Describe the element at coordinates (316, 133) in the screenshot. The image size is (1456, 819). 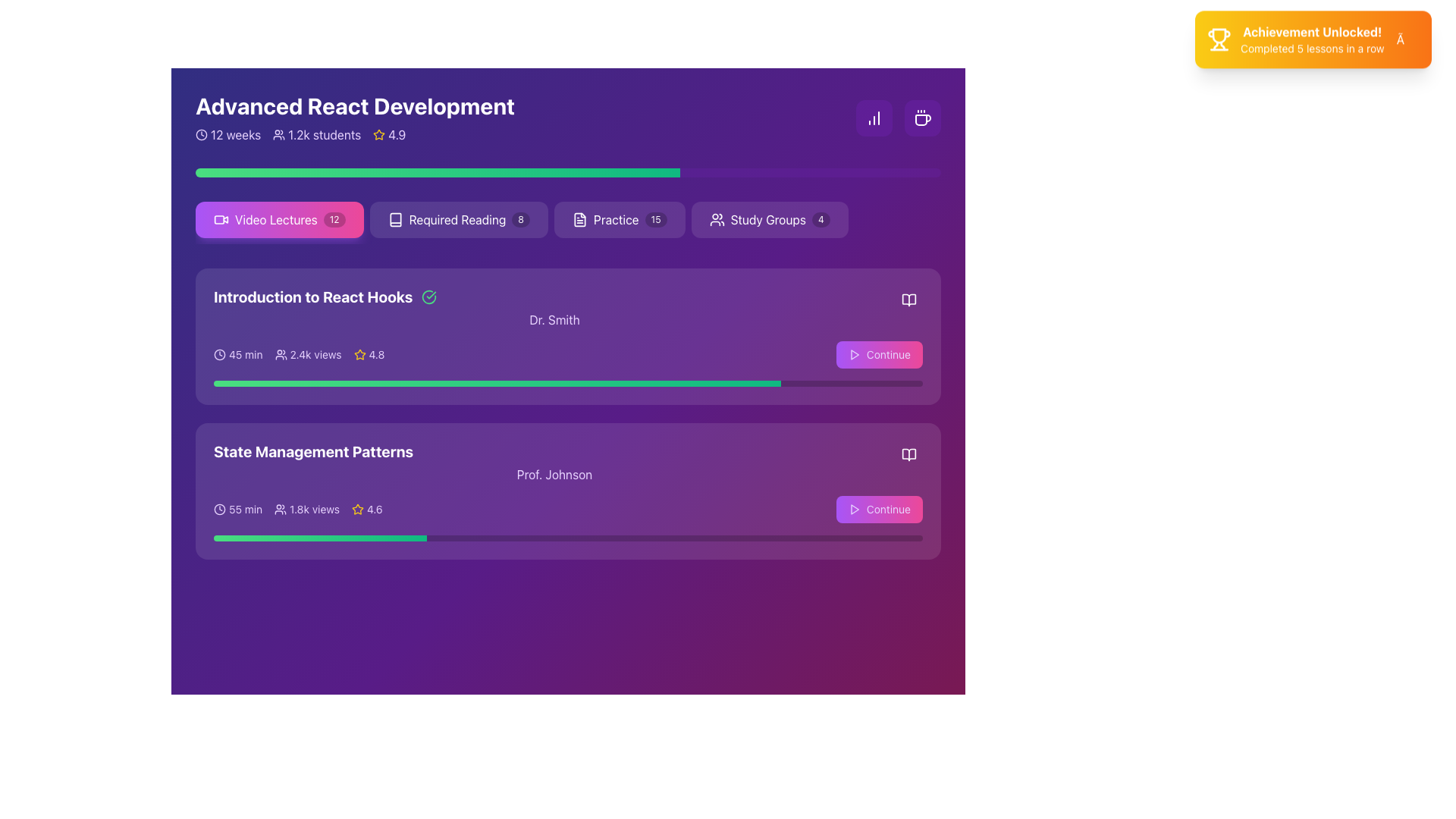
I see `the static text element displaying '1.2k students' with an accompanying icon of two user figures on its left` at that location.